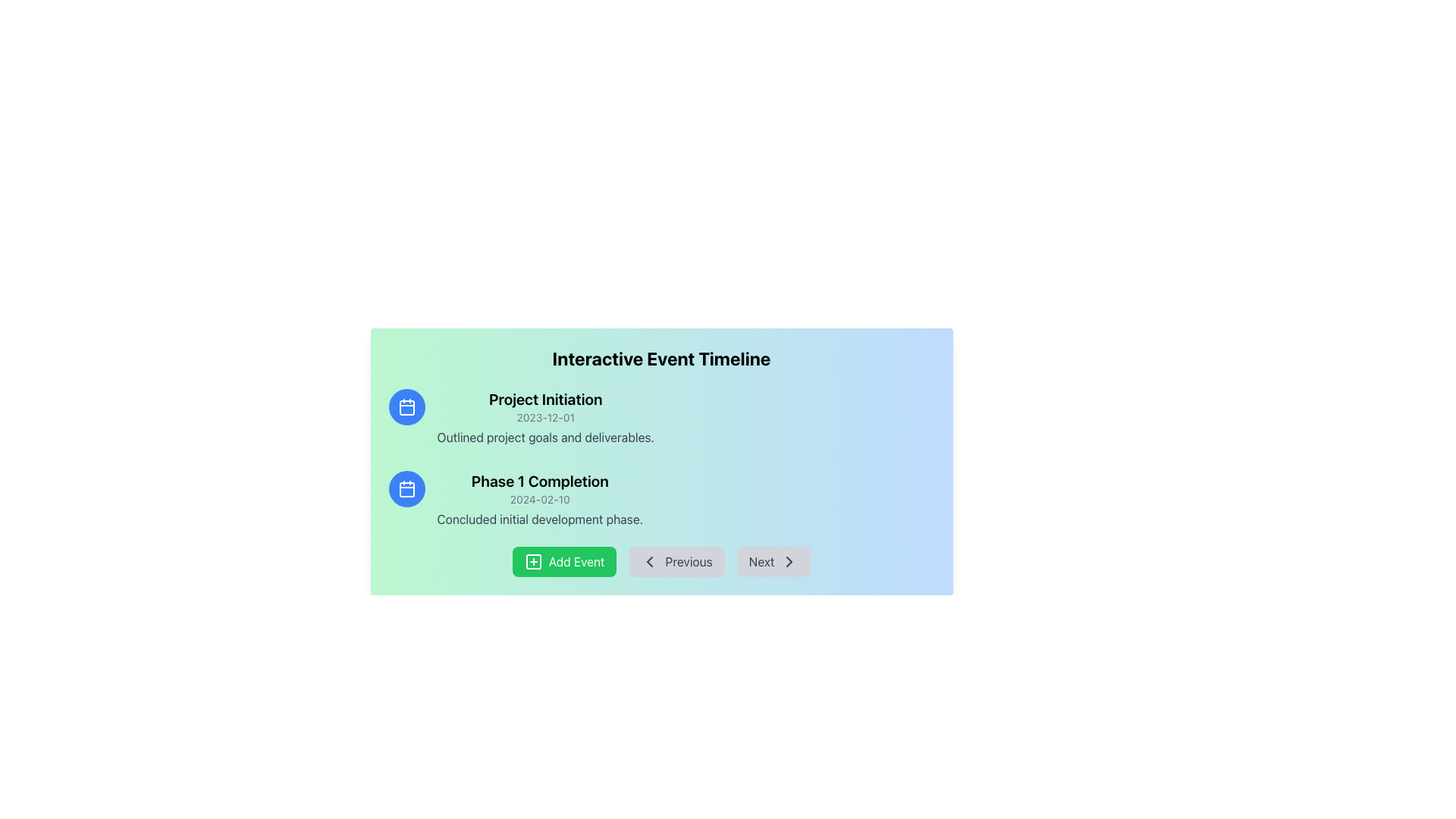  Describe the element at coordinates (650, 561) in the screenshot. I see `the chevron icon within the 'Previous' button` at that location.